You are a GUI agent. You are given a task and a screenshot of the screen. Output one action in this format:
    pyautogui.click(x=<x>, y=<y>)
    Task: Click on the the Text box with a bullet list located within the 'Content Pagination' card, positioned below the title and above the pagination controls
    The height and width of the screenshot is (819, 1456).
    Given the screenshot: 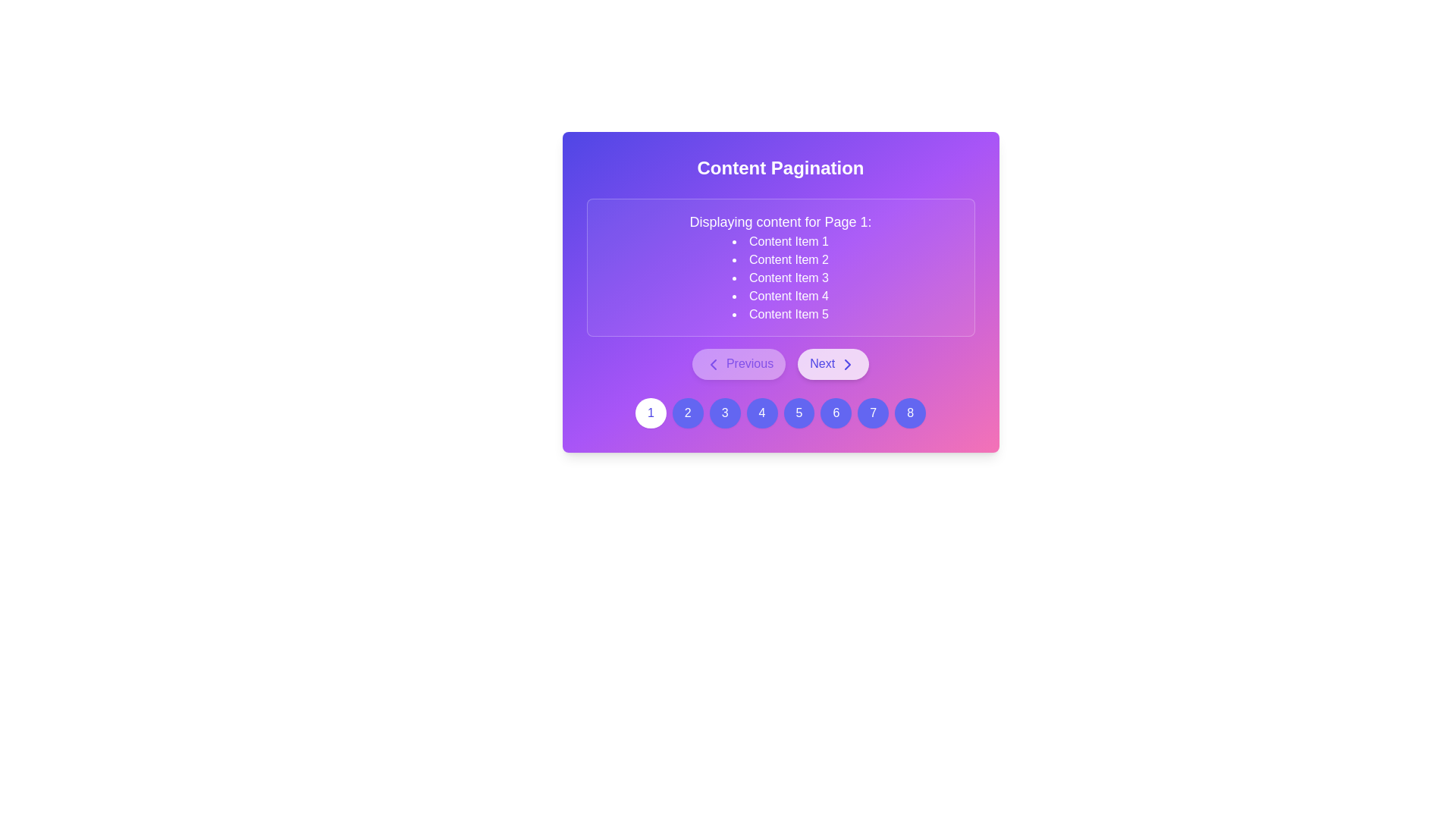 What is the action you would take?
    pyautogui.click(x=780, y=267)
    